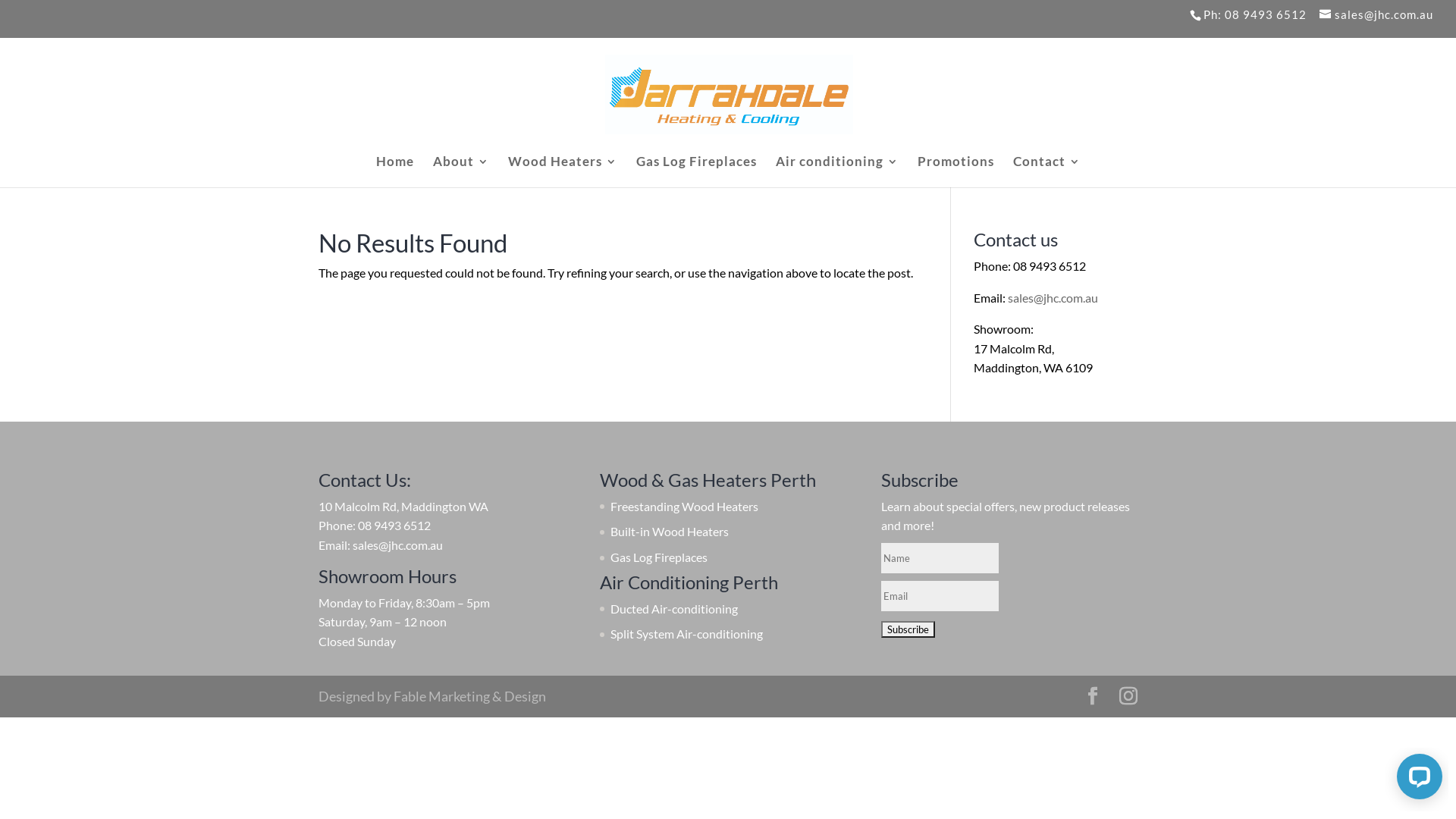 The image size is (1456, 819). What do you see at coordinates (459, 171) in the screenshot?
I see `'About'` at bounding box center [459, 171].